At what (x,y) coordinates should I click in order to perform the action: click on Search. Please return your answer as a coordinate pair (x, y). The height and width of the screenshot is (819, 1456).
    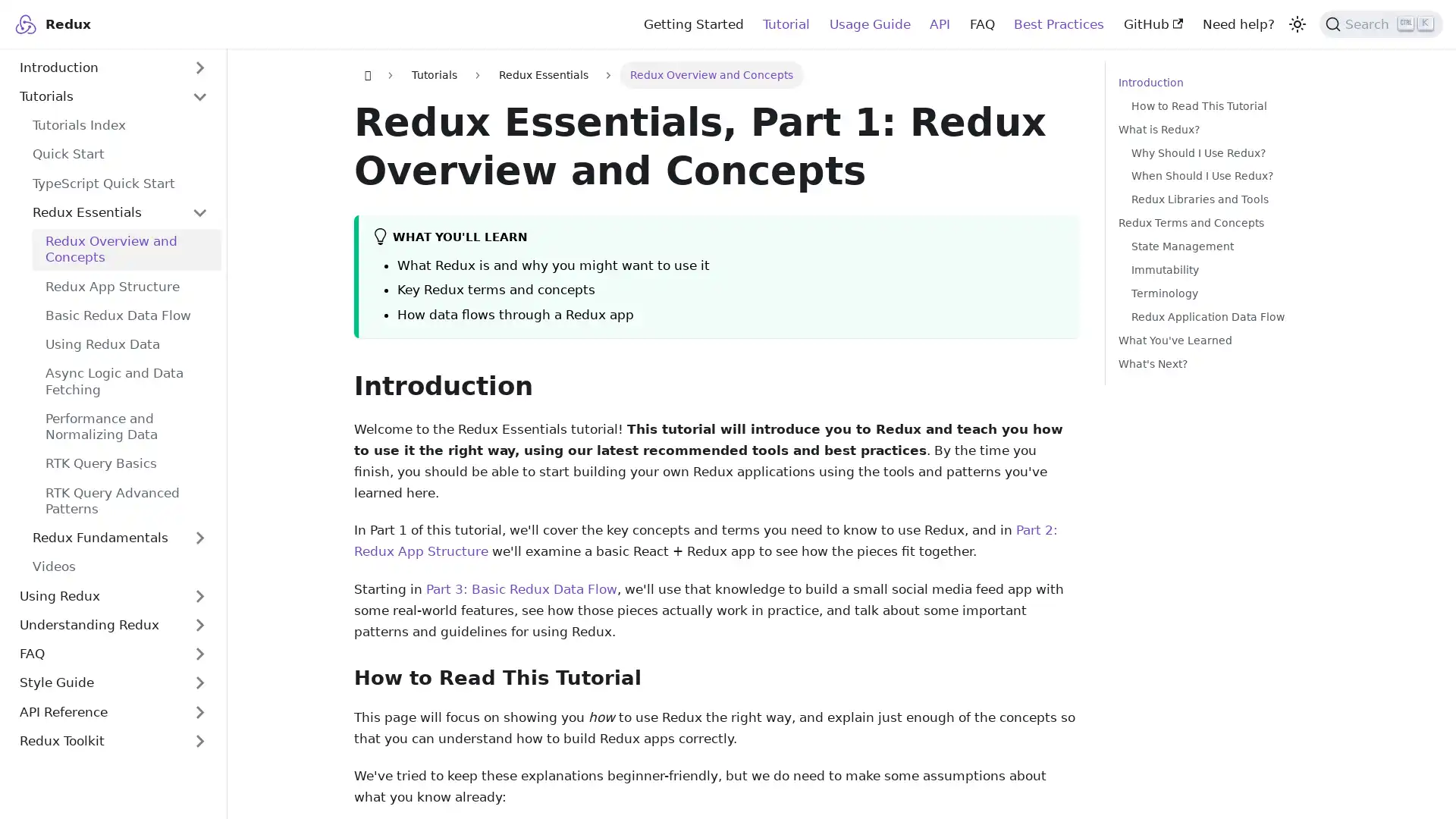
    Looking at the image, I should click on (1381, 23).